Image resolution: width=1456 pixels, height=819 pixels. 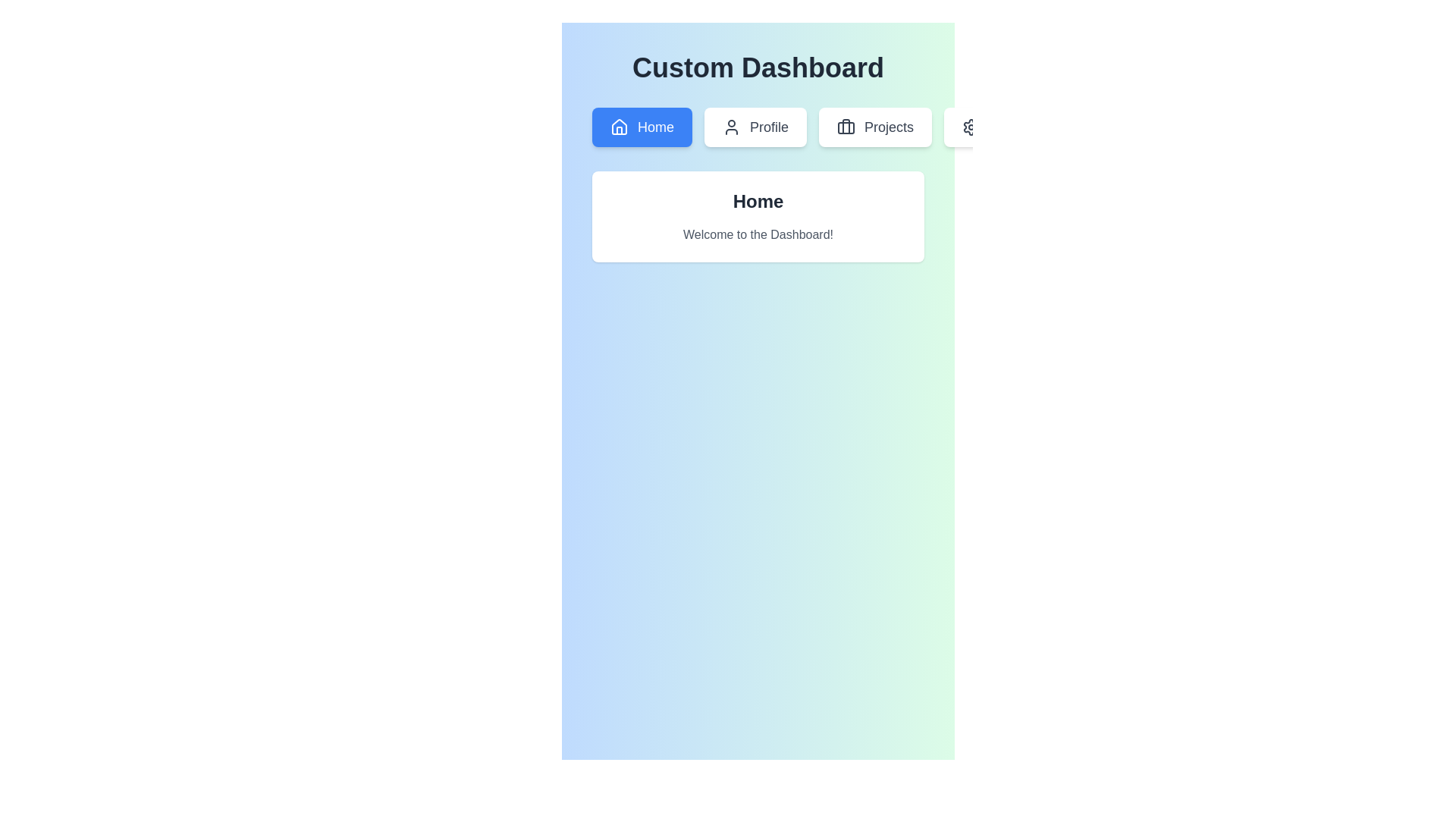 I want to click on the 'Projects' button, which has a white background, rounded corners, gray text, and a briefcase icon, so click(x=875, y=127).